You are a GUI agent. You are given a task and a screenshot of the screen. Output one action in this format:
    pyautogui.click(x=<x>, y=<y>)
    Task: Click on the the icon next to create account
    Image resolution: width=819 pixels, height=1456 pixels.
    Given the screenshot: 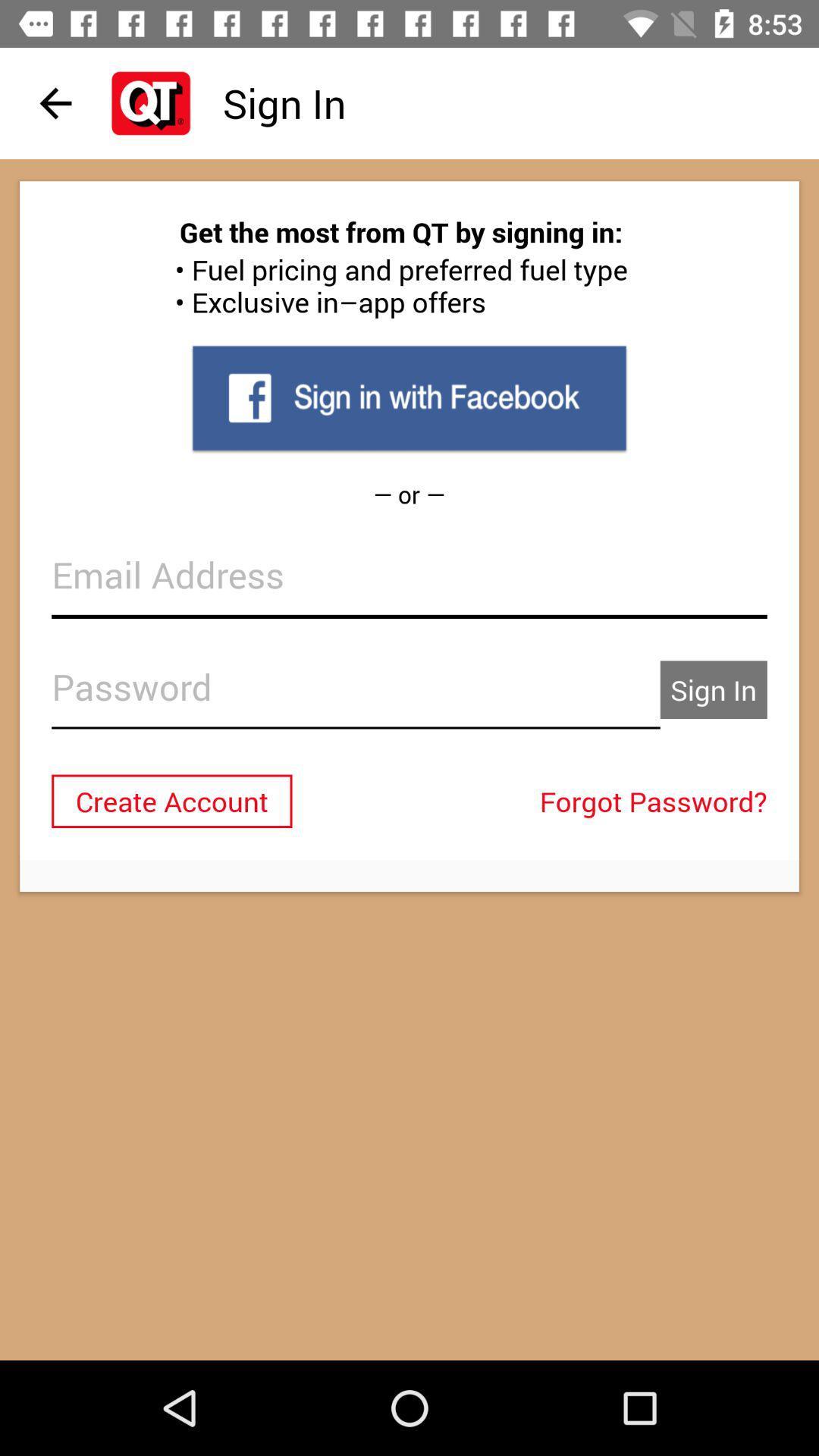 What is the action you would take?
    pyautogui.click(x=657, y=800)
    